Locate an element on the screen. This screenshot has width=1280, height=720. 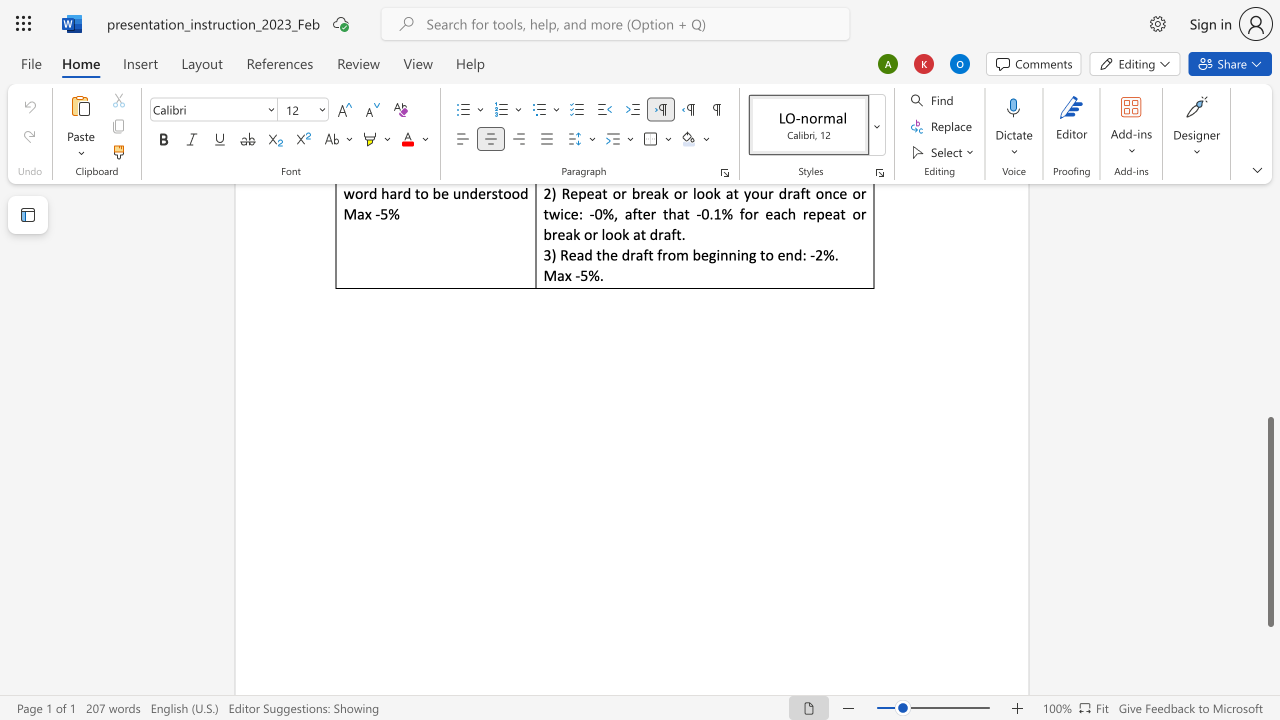
the right-hand scrollbar to ascend the page is located at coordinates (1269, 328).